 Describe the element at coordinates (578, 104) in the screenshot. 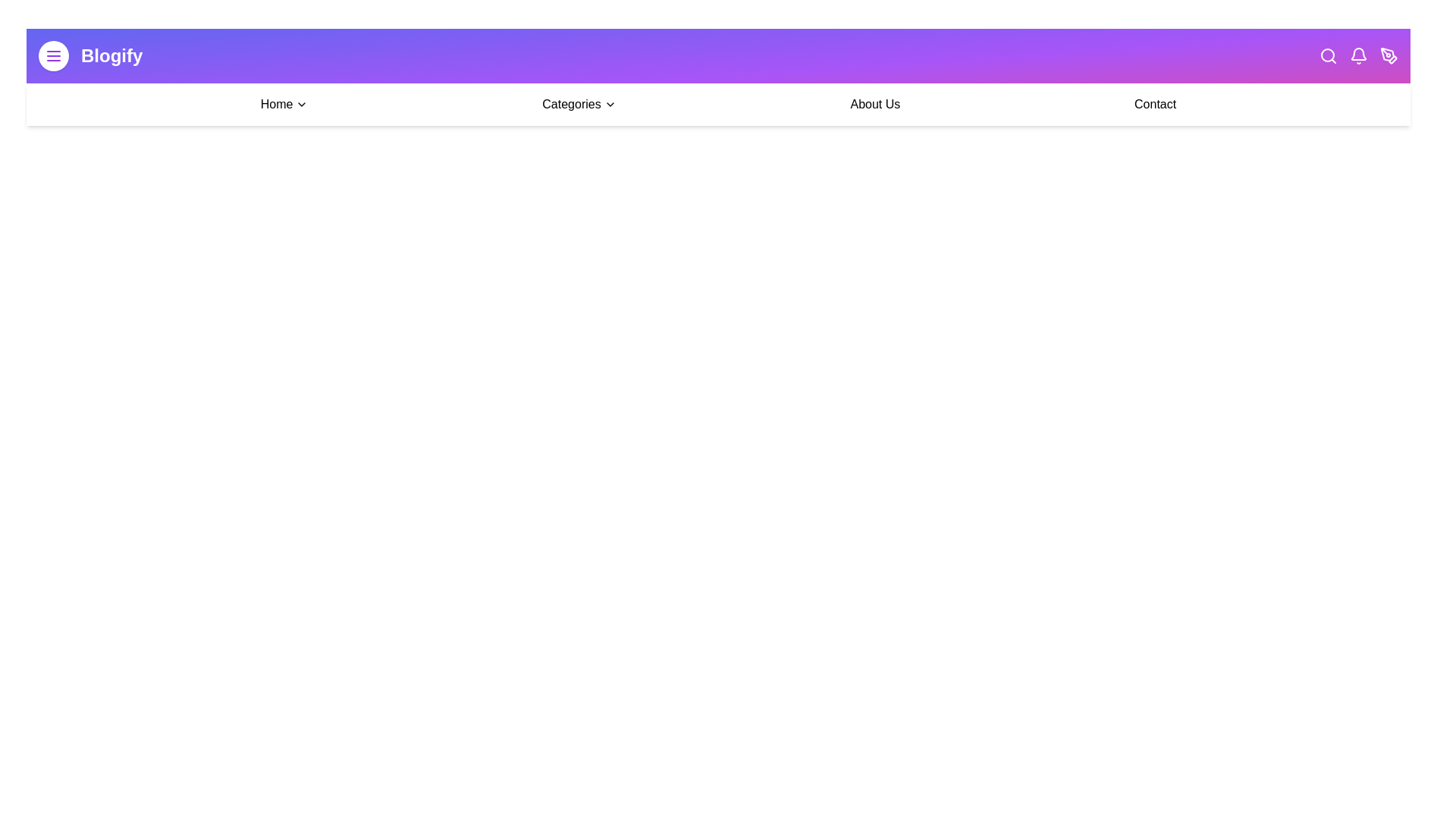

I see `the 'Categories' menu to open the dropdown` at that location.